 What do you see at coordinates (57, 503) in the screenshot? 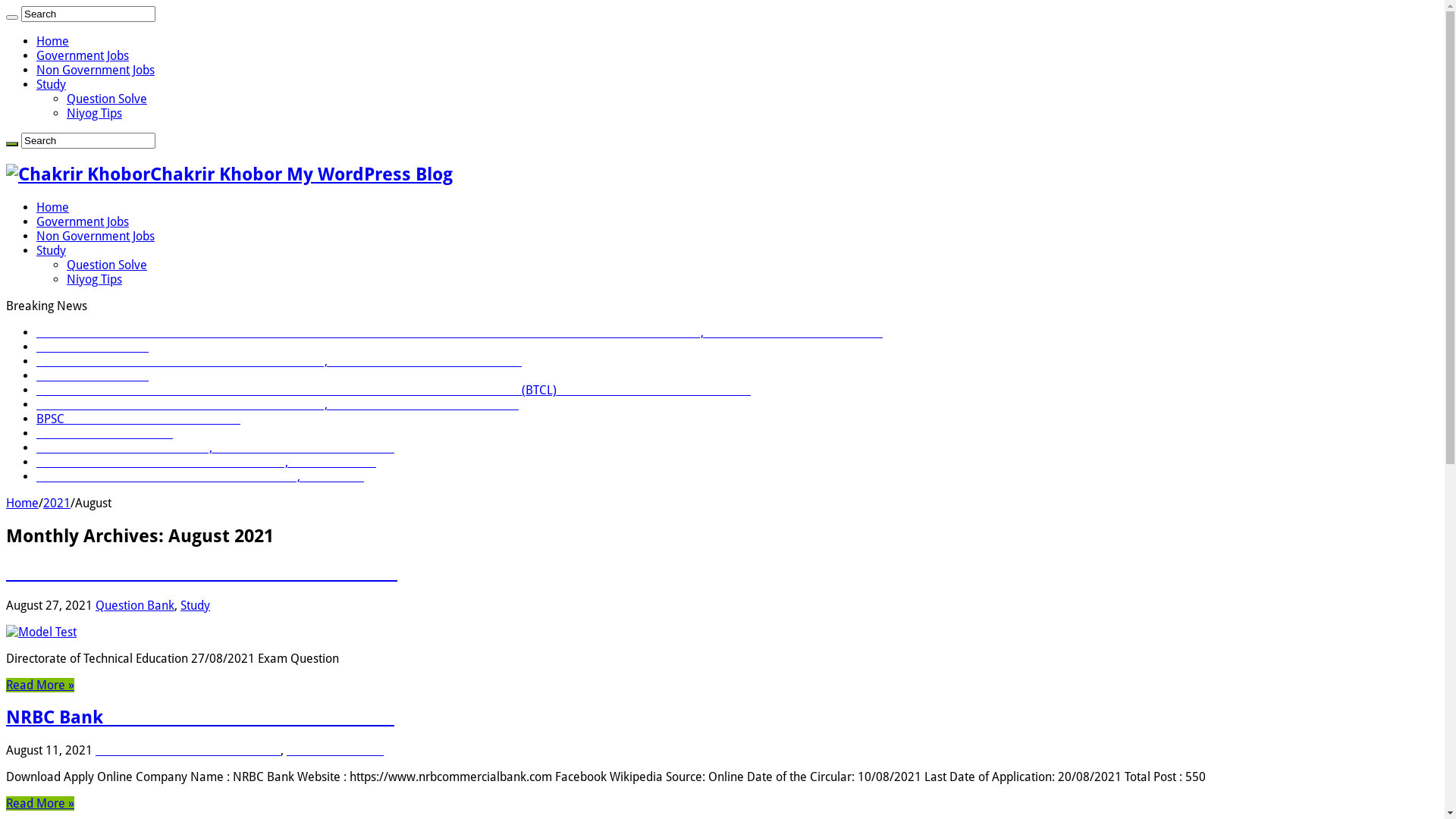
I see `'2021'` at bounding box center [57, 503].